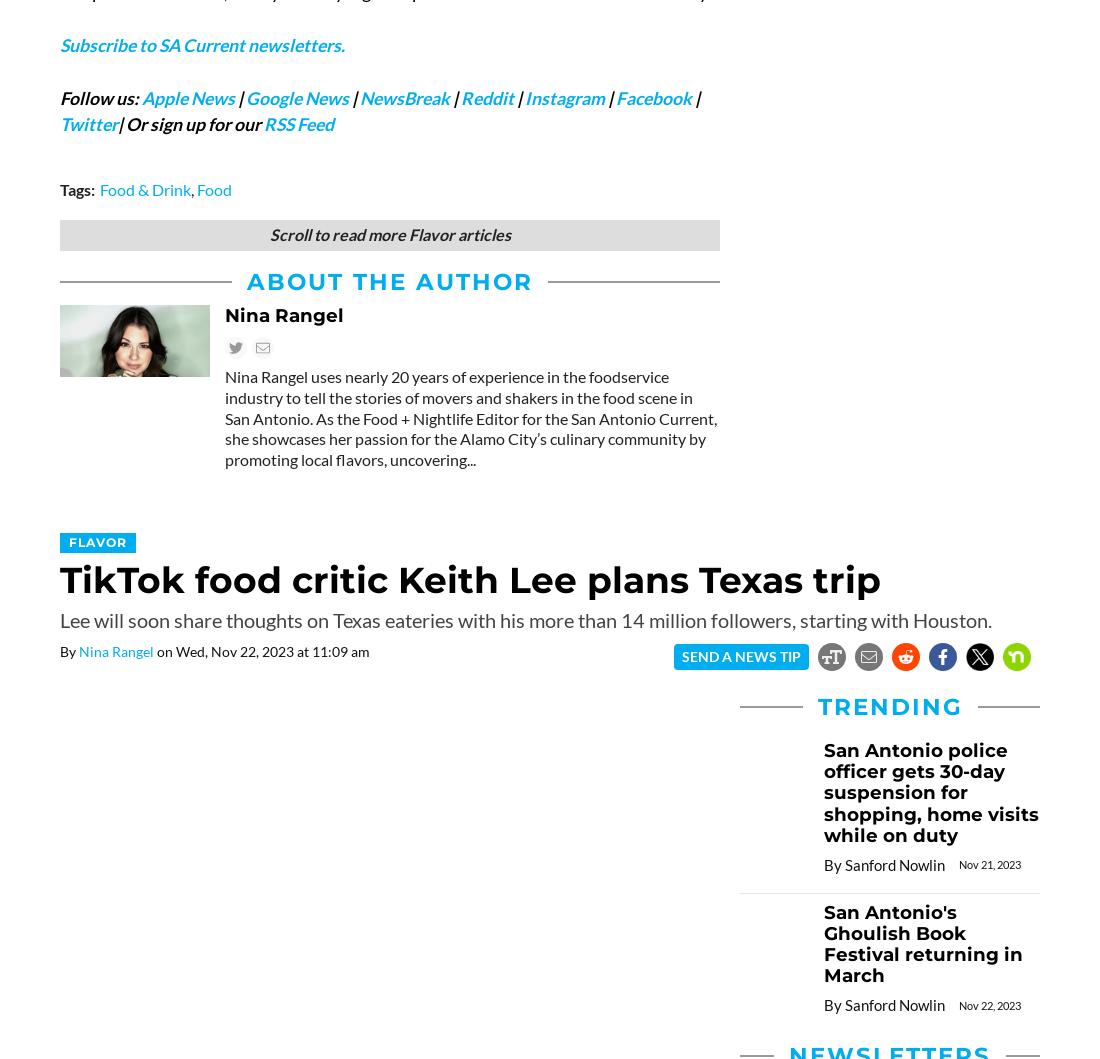 This screenshot has width=1100, height=1059. What do you see at coordinates (58, 579) in the screenshot?
I see `'TikTok food critic Keith Lee plans Texas trip'` at bounding box center [58, 579].